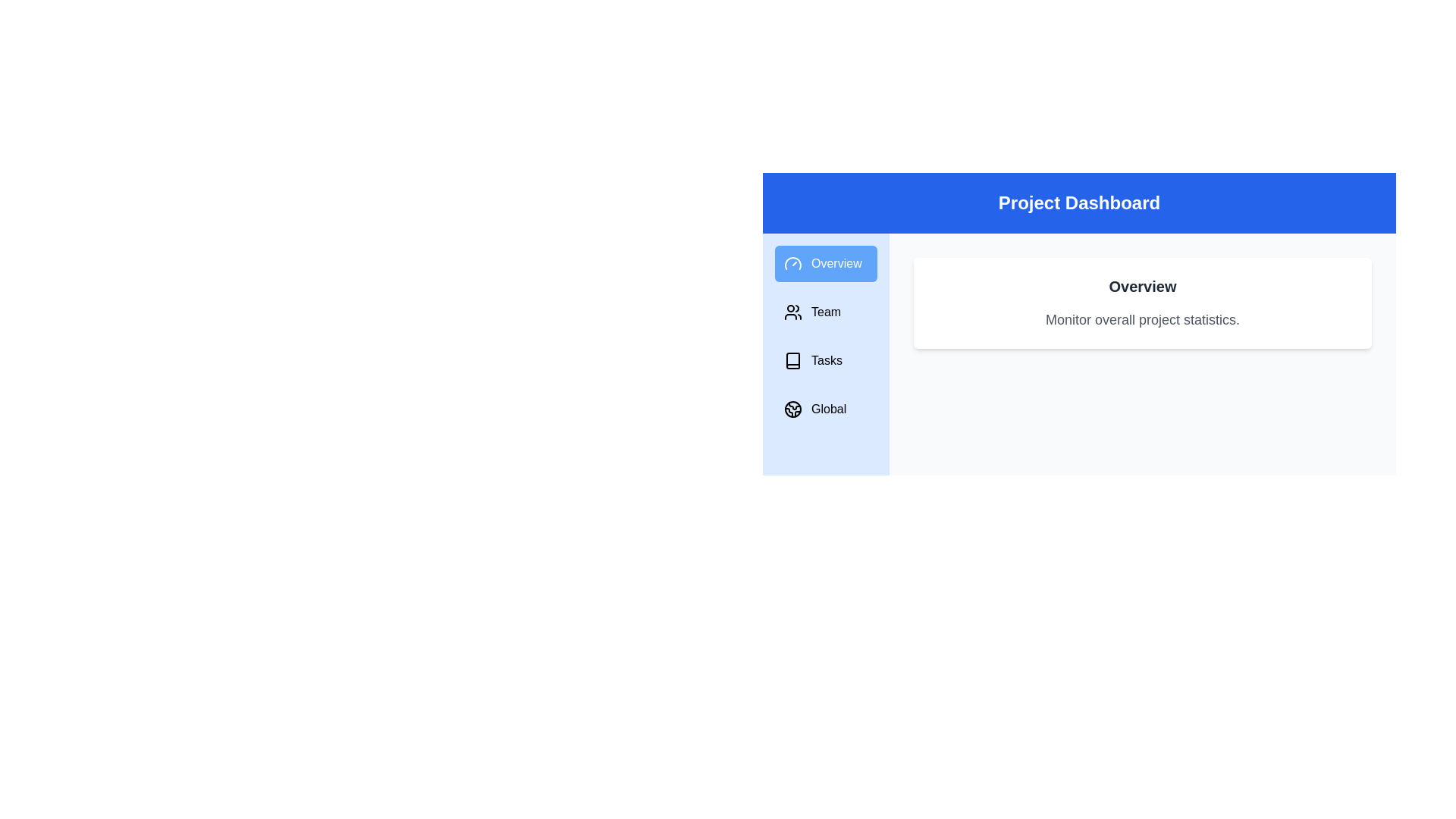 Image resolution: width=1456 pixels, height=819 pixels. What do you see at coordinates (825, 409) in the screenshot?
I see `the Global tab in the sidebar navigation menu` at bounding box center [825, 409].